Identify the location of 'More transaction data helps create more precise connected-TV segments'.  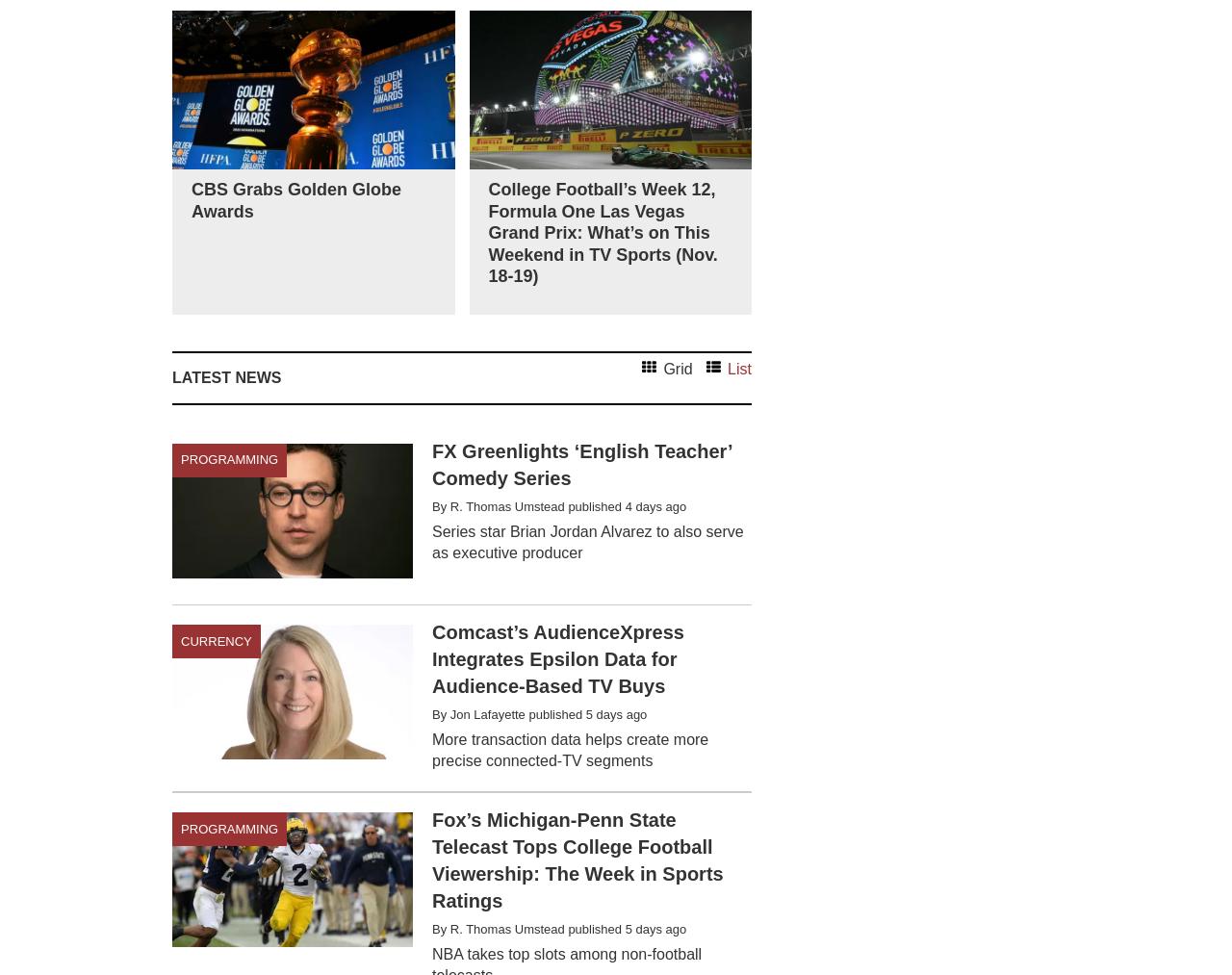
(569, 750).